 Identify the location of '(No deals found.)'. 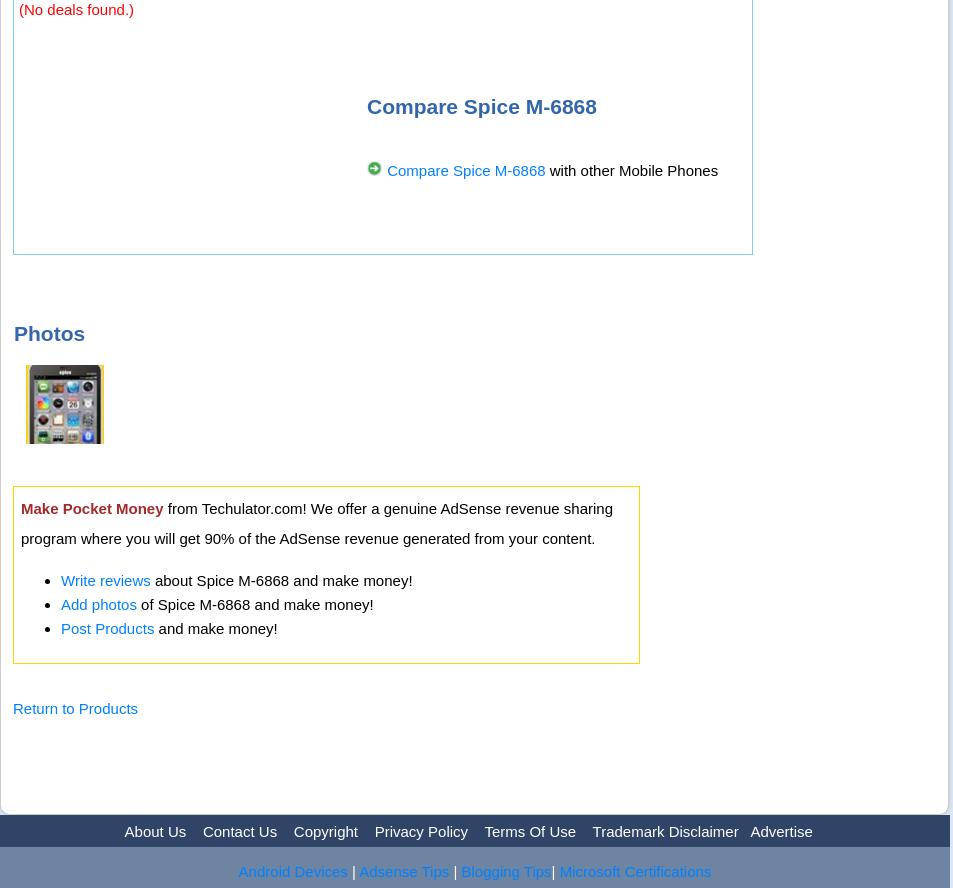
(75, 9).